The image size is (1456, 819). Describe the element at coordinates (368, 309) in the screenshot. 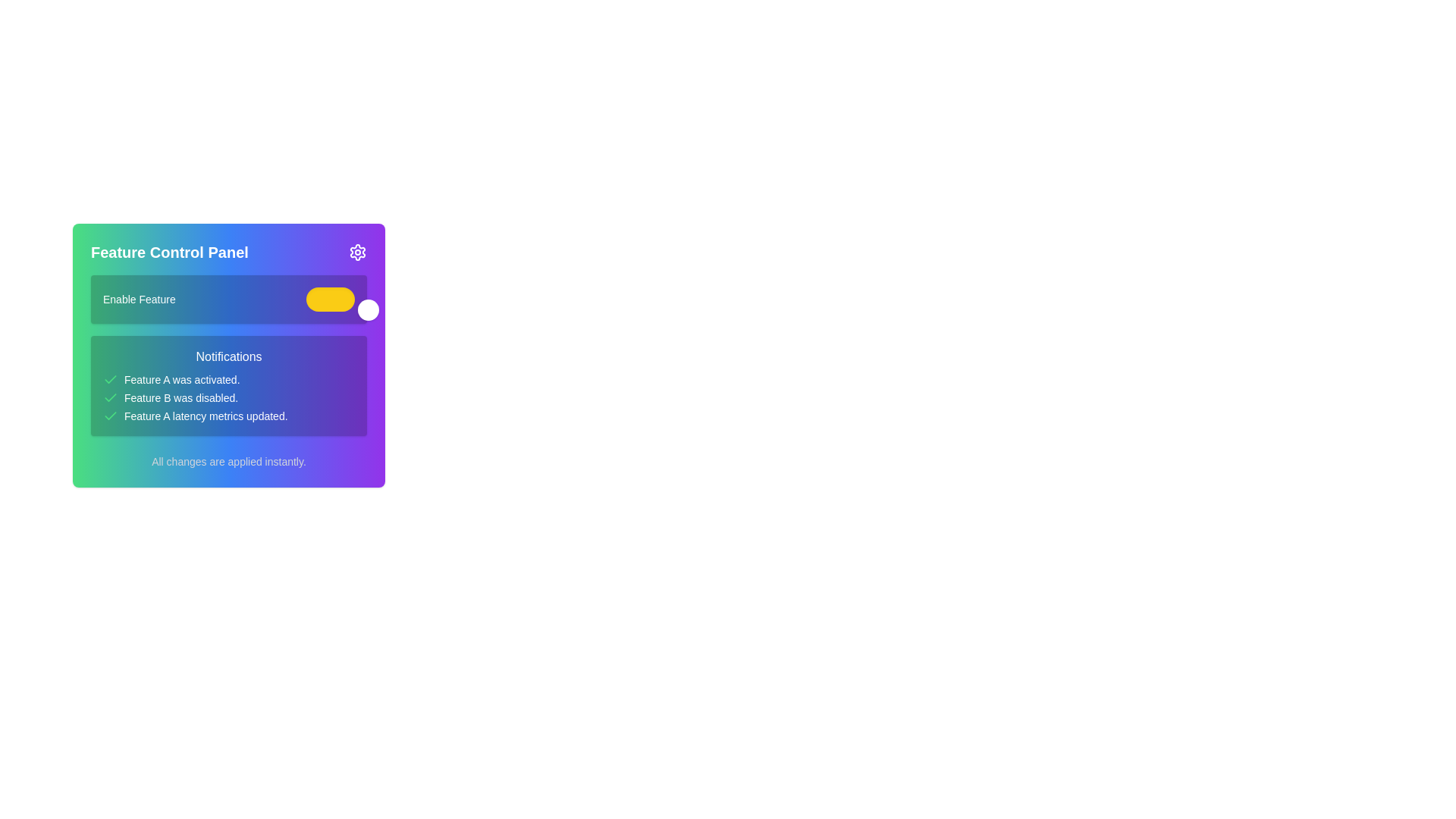

I see `the circular handle of the toggle switch located on the rightmost side of the switch in the 'Feature Control Panel'` at that location.